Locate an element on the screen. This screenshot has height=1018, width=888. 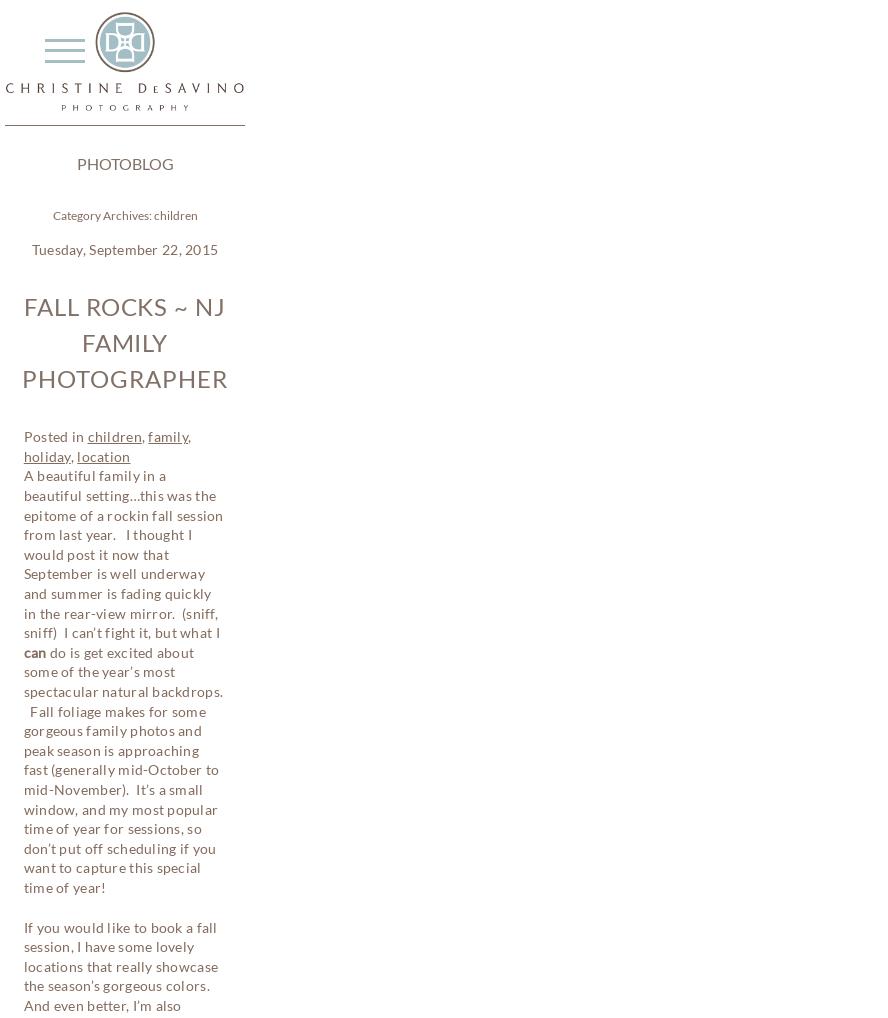
'family' is located at coordinates (167, 435).